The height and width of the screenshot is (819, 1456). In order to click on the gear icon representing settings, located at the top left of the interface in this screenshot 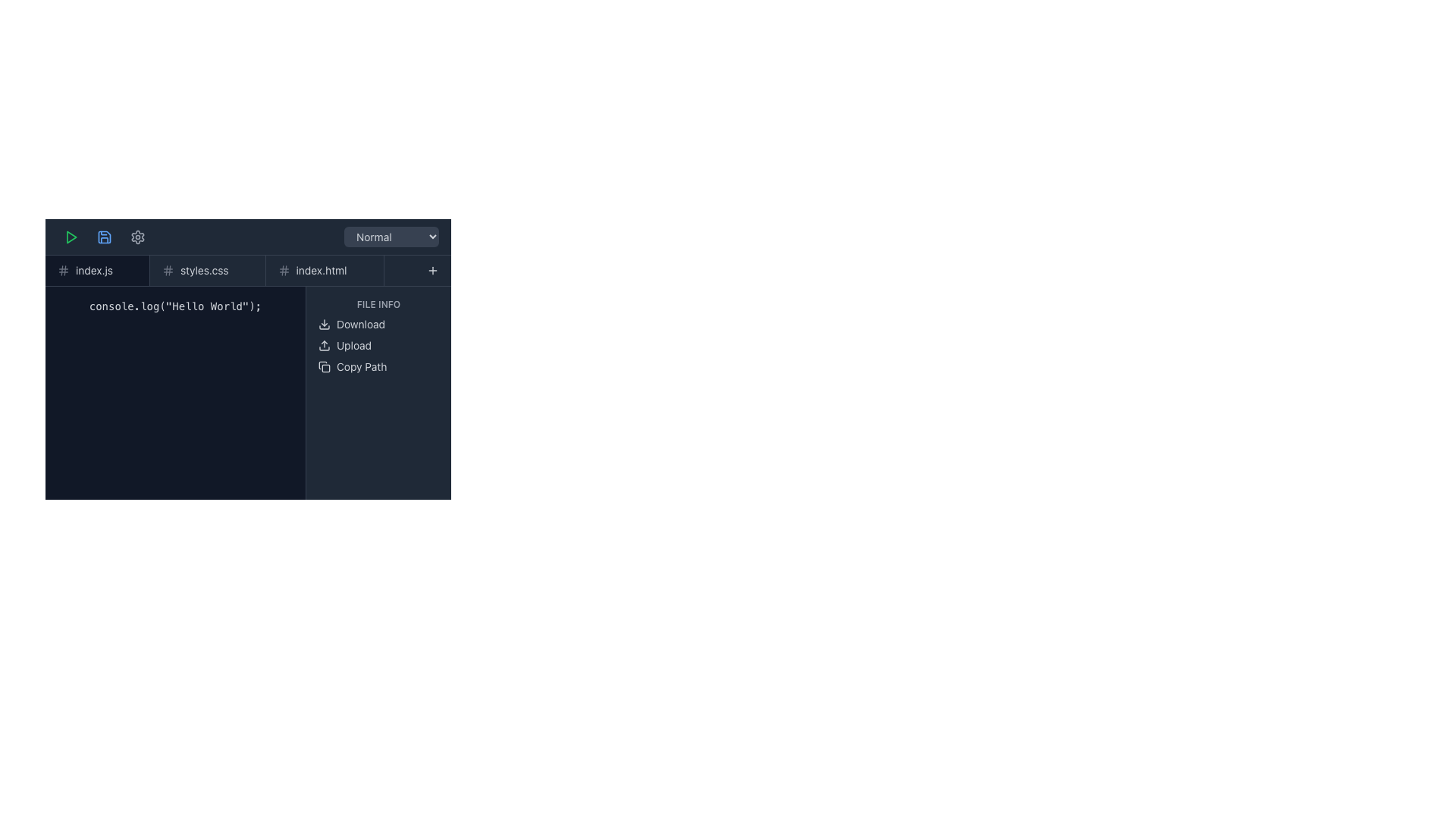, I will do `click(138, 237)`.